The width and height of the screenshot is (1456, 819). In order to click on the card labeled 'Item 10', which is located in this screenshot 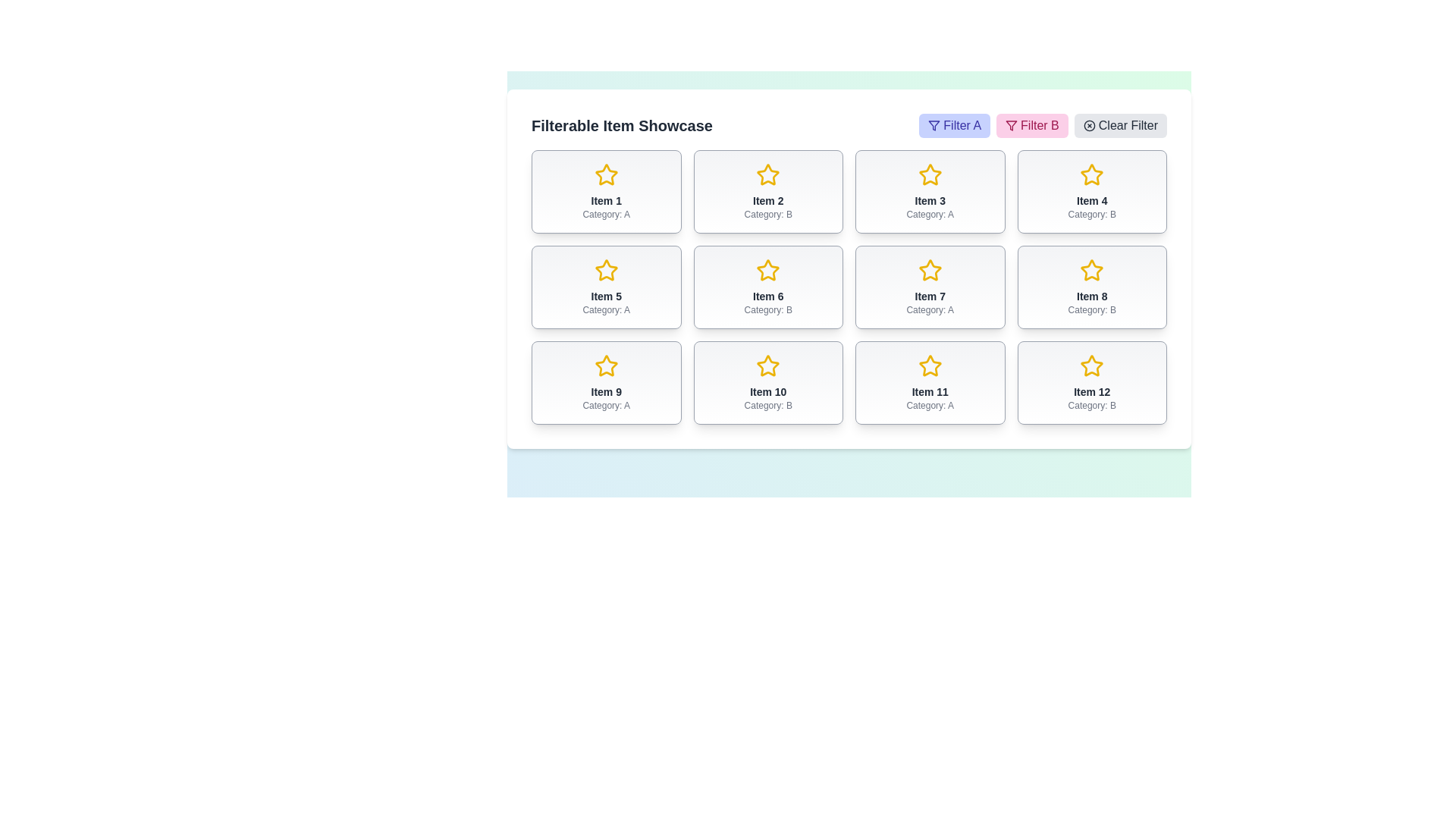, I will do `click(768, 382)`.